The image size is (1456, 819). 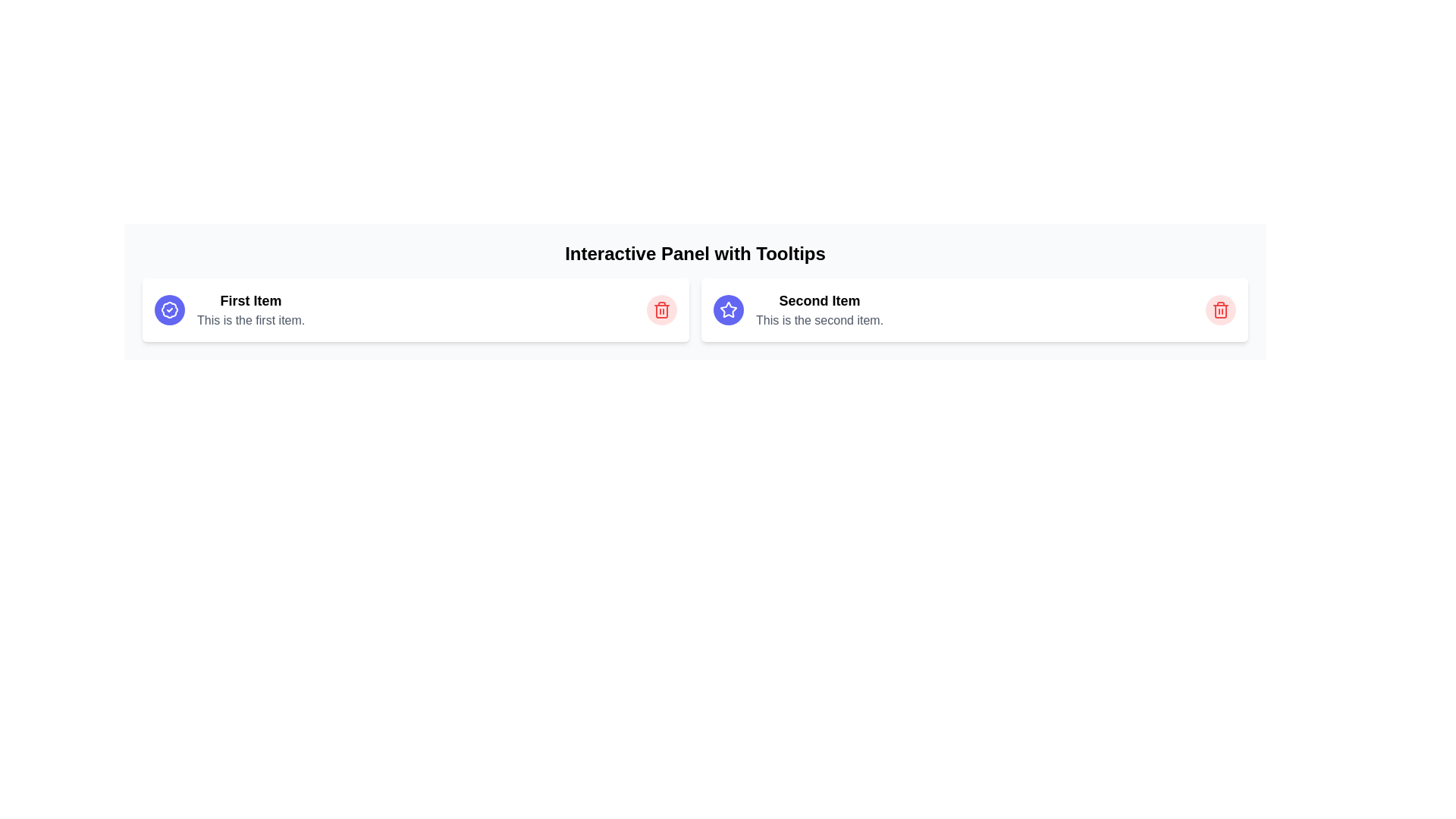 I want to click on the descriptive text label below the 'Second Item' header in the second card from the left, so click(x=818, y=320).